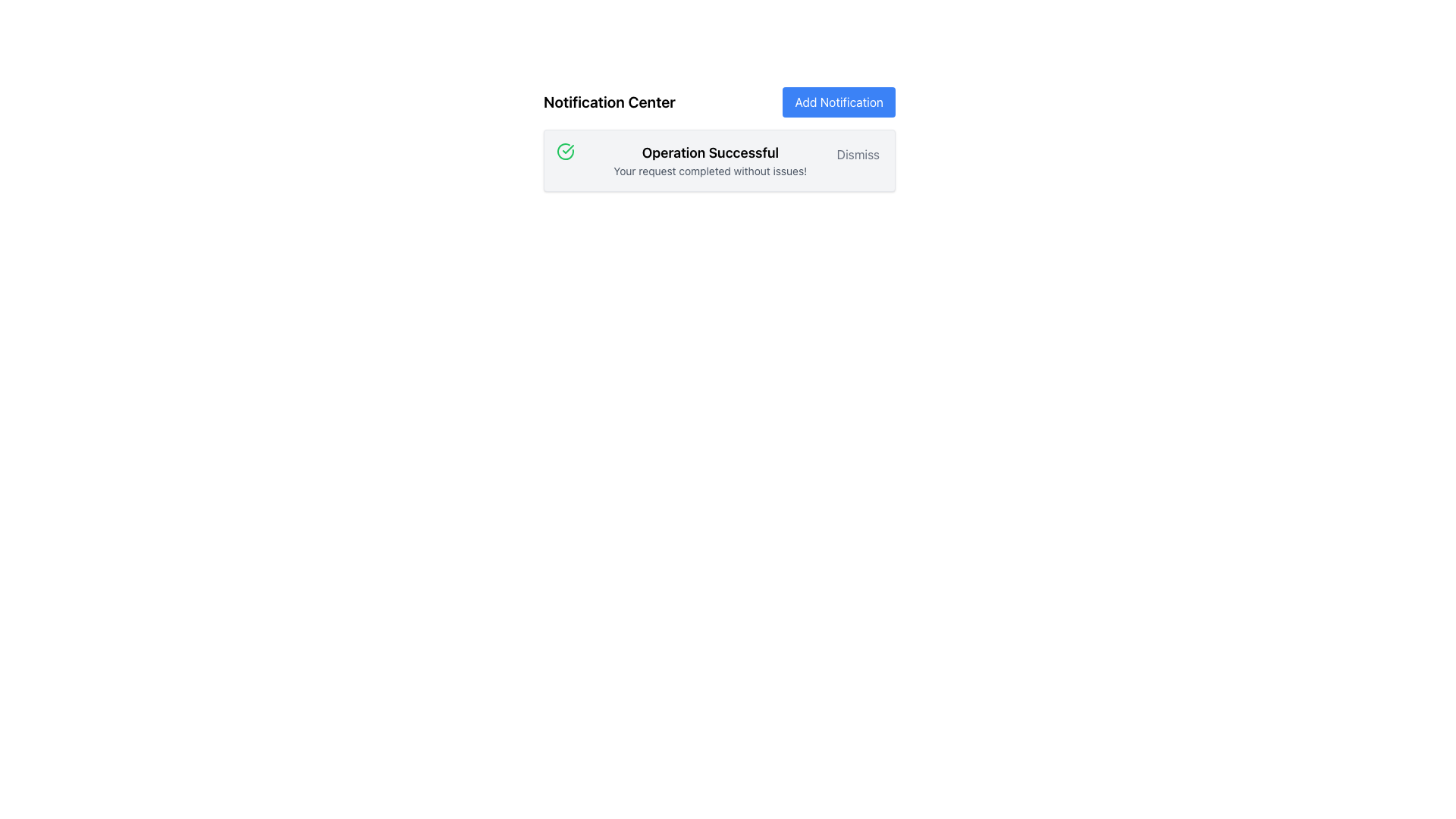 The image size is (1456, 819). What do you see at coordinates (858, 155) in the screenshot?
I see `the 'Dismiss' button located in the top-right corner of the notification card to observe the styling change of the text color from light gray to darker gray` at bounding box center [858, 155].